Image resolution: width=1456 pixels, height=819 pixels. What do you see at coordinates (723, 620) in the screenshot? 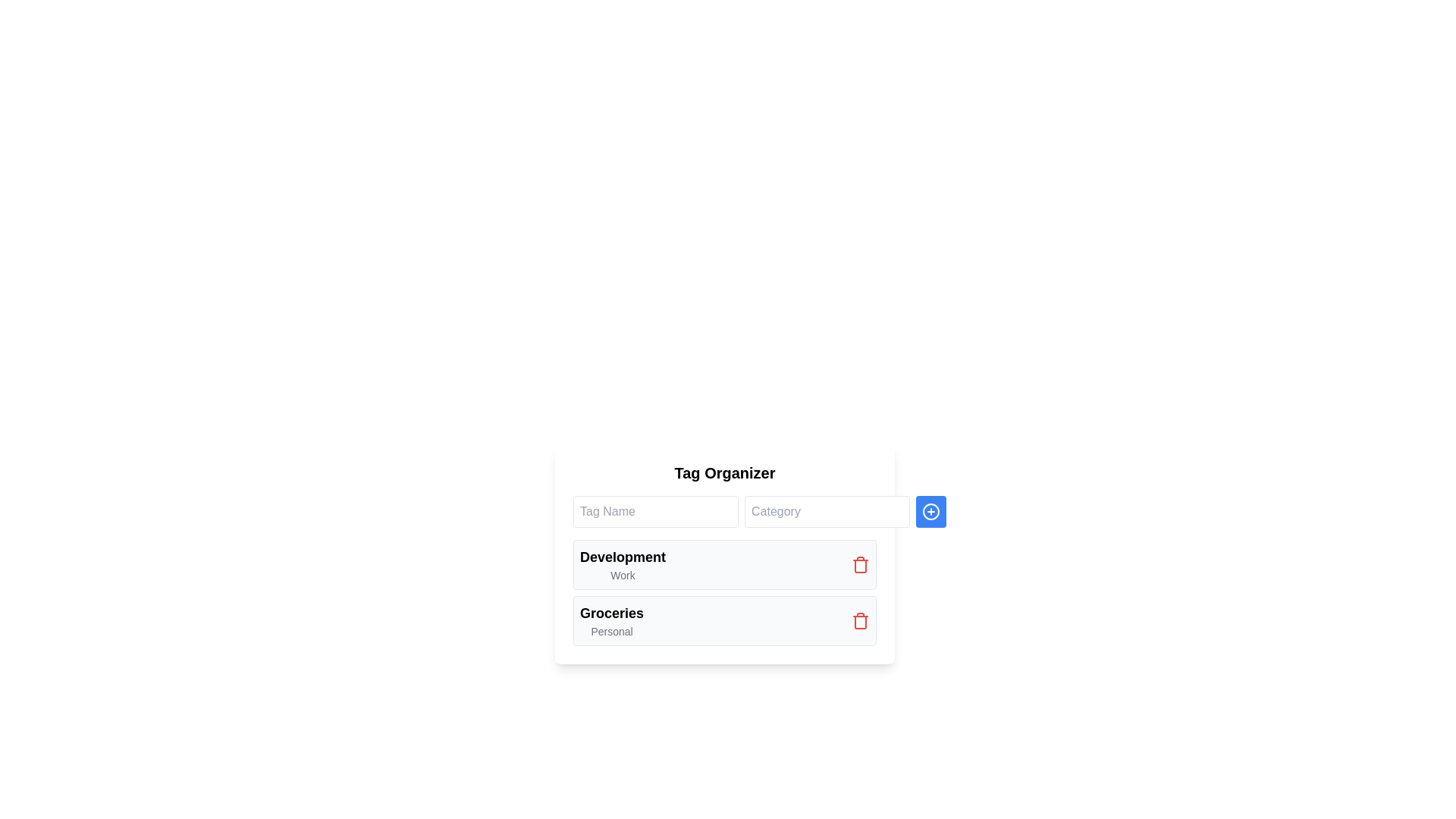
I see `labels of the categorized list item labeled 'Groceries' with a red trash icon, positioned centrally below the 'Development' section` at bounding box center [723, 620].